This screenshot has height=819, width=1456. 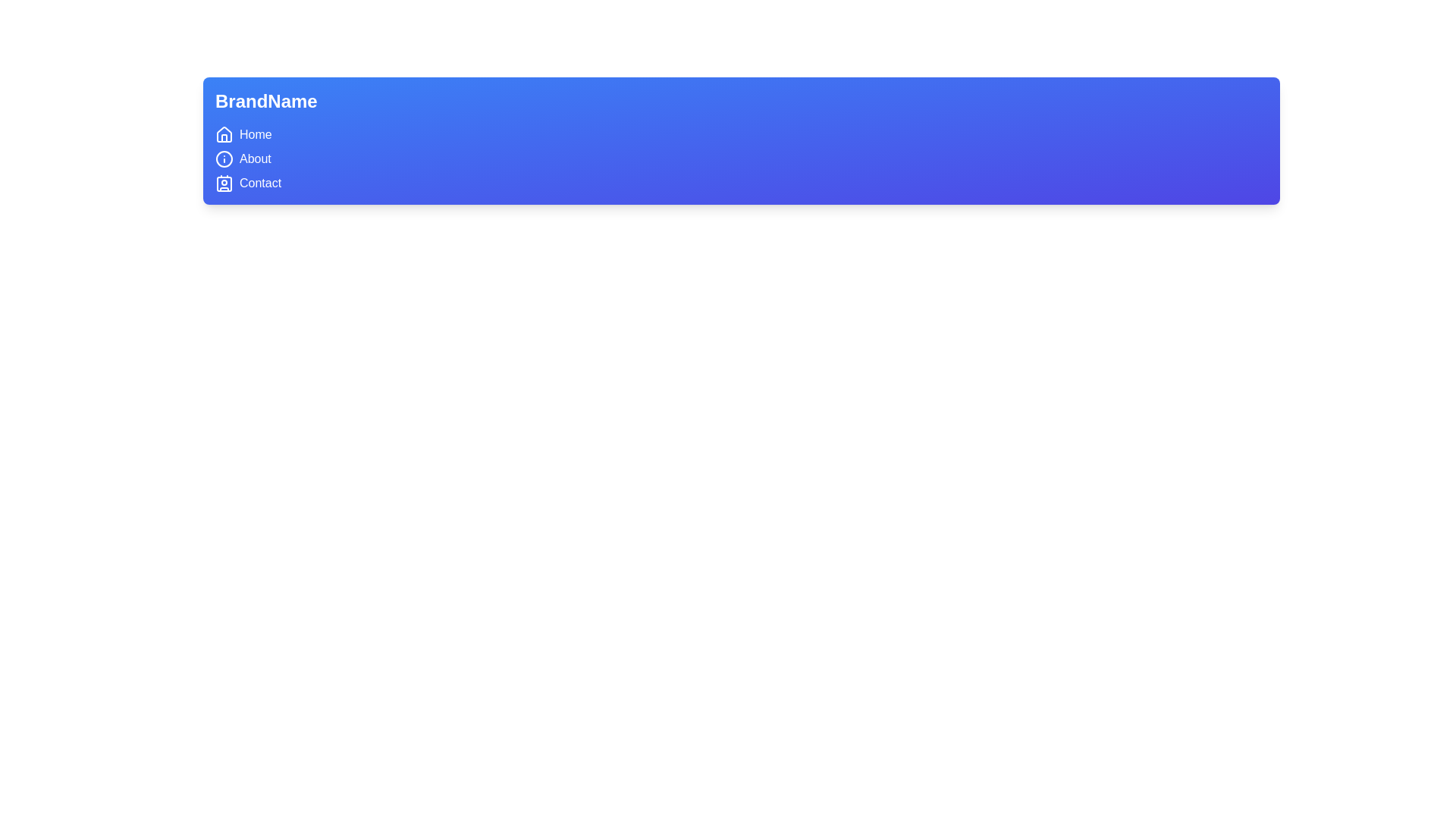 What do you see at coordinates (224, 183) in the screenshot?
I see `the contact card icon in the sidebar menu, which is styled as an outline drawing with a circular avatar area and is the third icon below the 'About' icon` at bounding box center [224, 183].